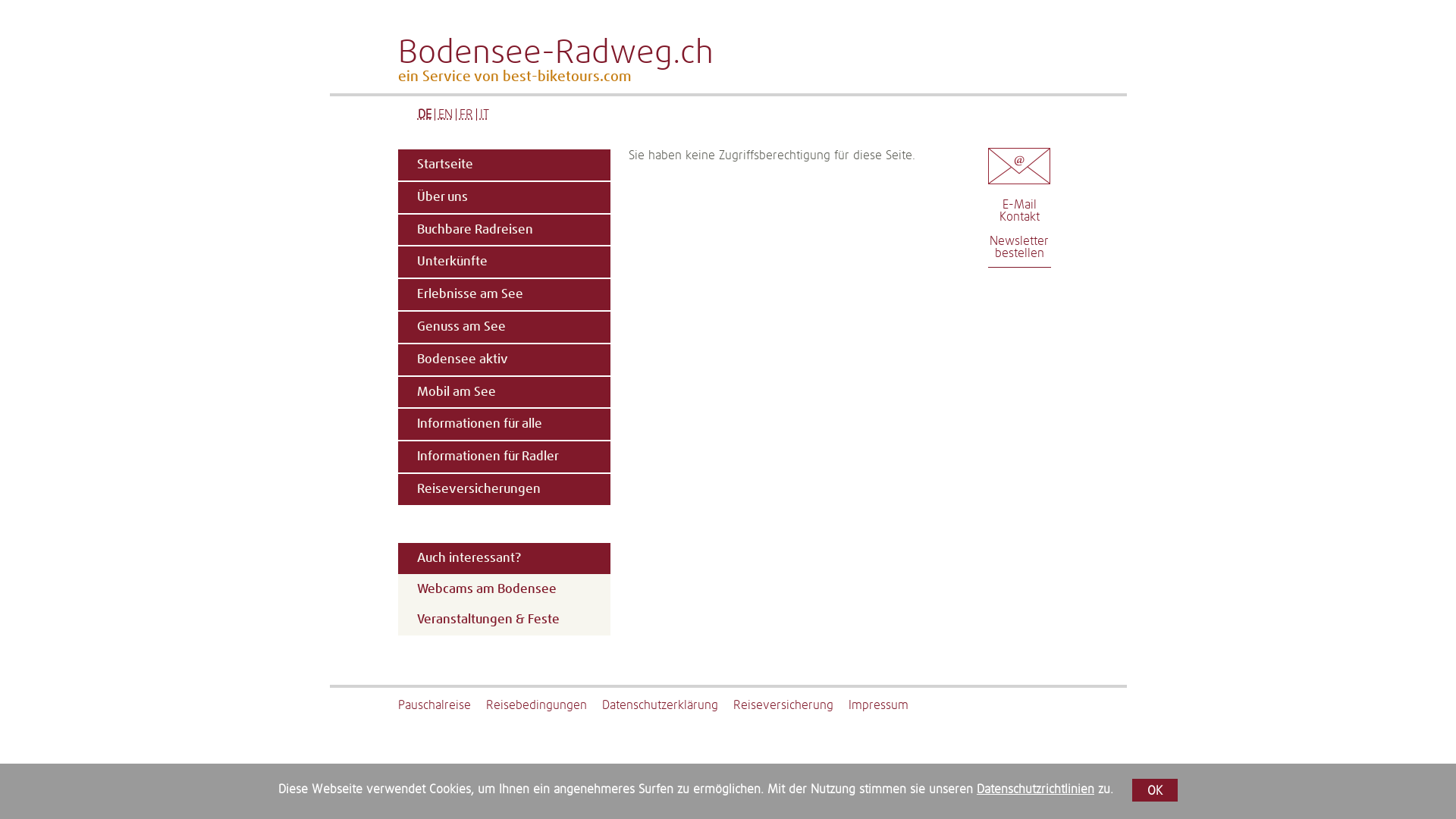  I want to click on 'Erlebnisse am See', so click(502, 294).